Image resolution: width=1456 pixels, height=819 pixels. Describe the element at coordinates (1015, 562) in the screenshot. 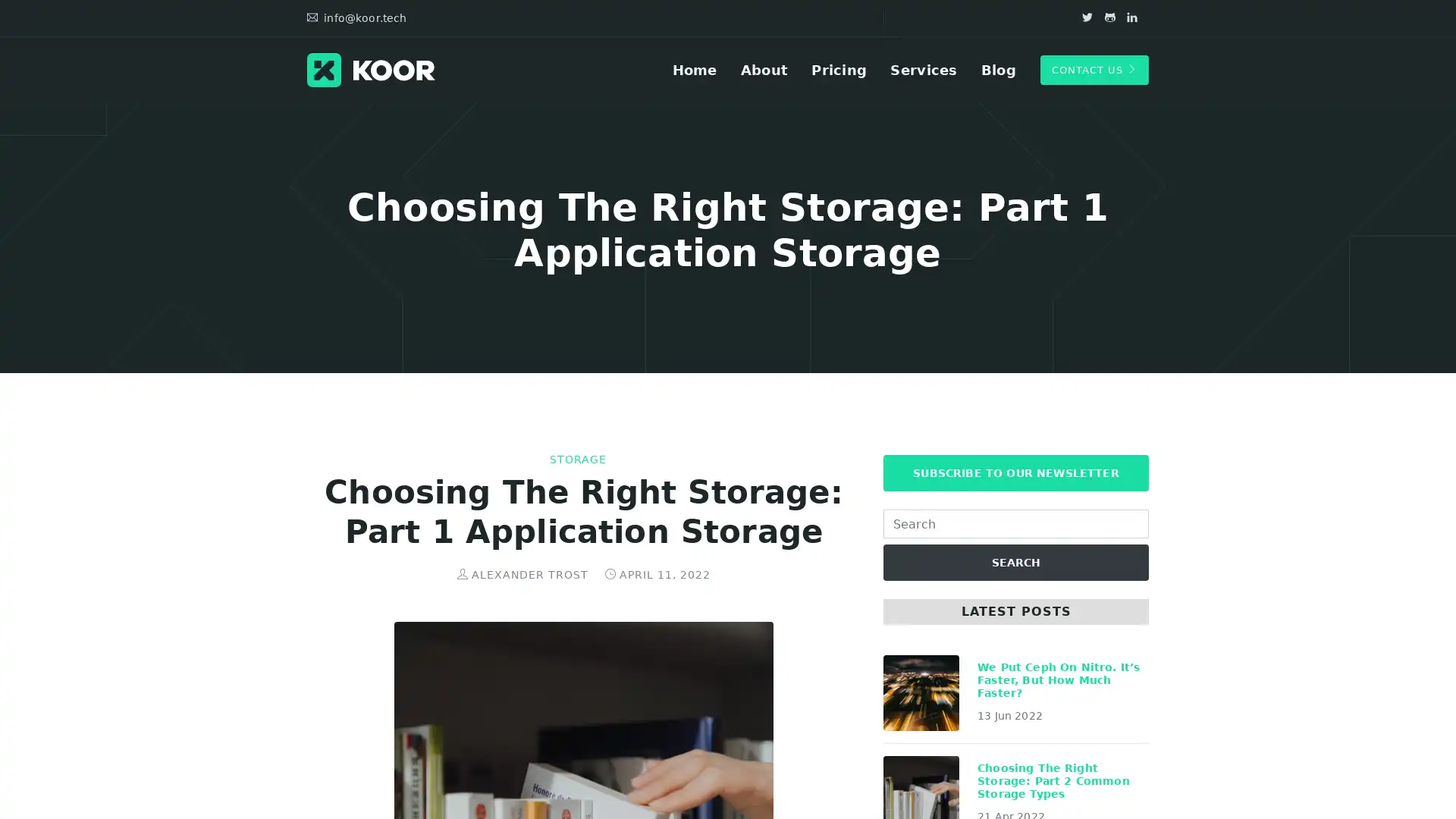

I see `SEARCH` at that location.